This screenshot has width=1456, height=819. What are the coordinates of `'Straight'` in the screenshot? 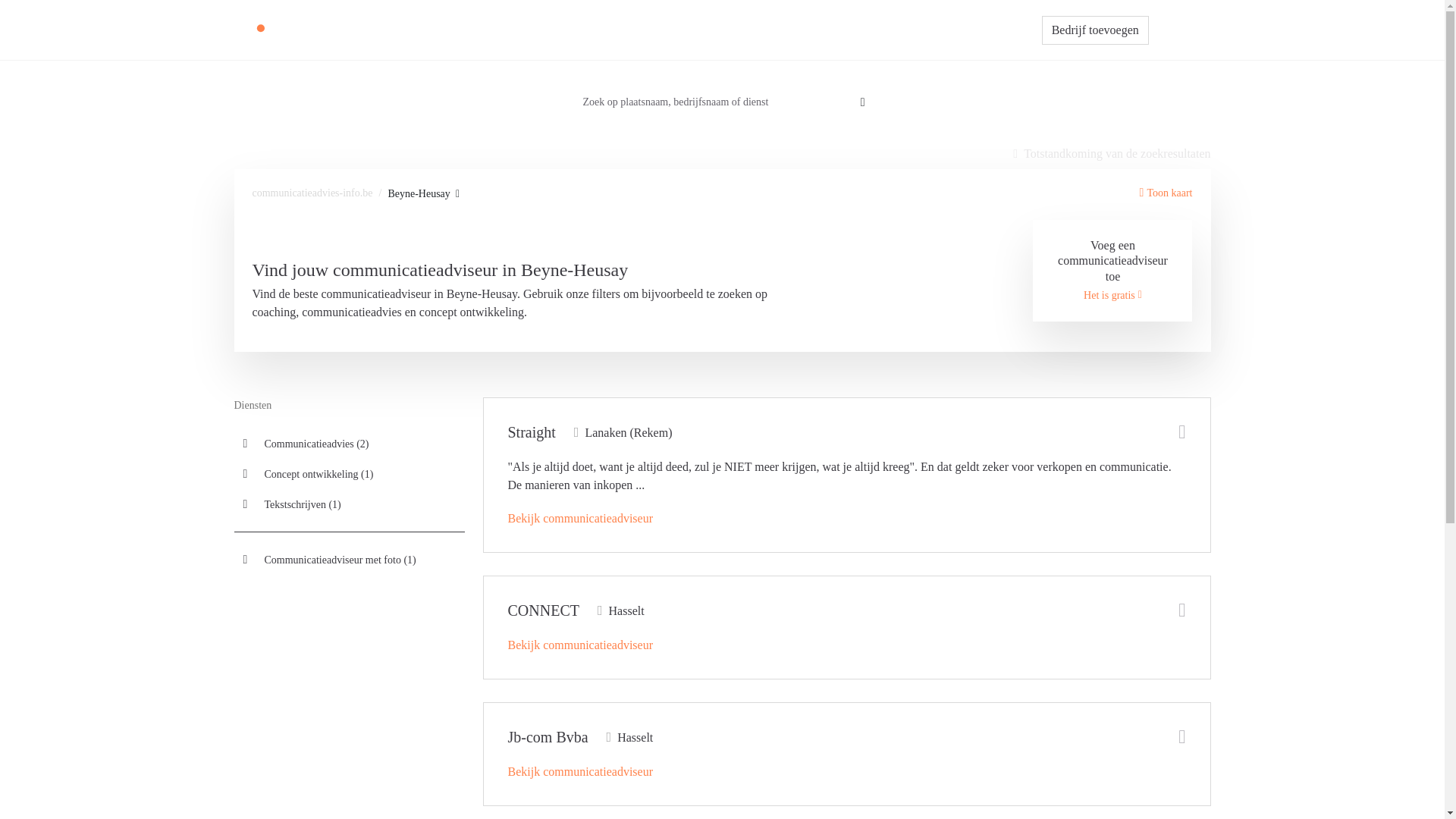 It's located at (532, 432).